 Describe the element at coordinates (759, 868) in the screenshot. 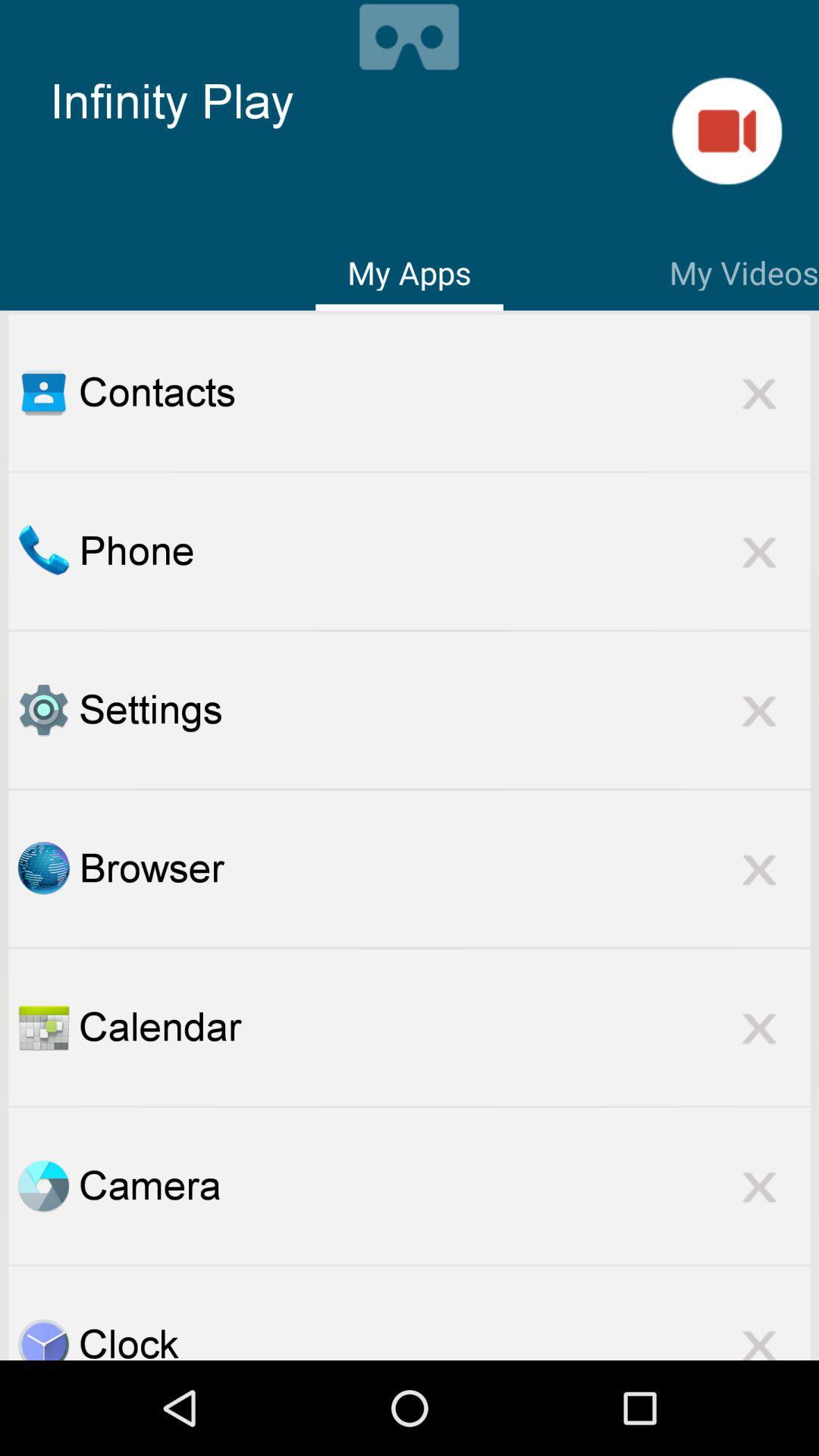

I see `out of browser` at that location.